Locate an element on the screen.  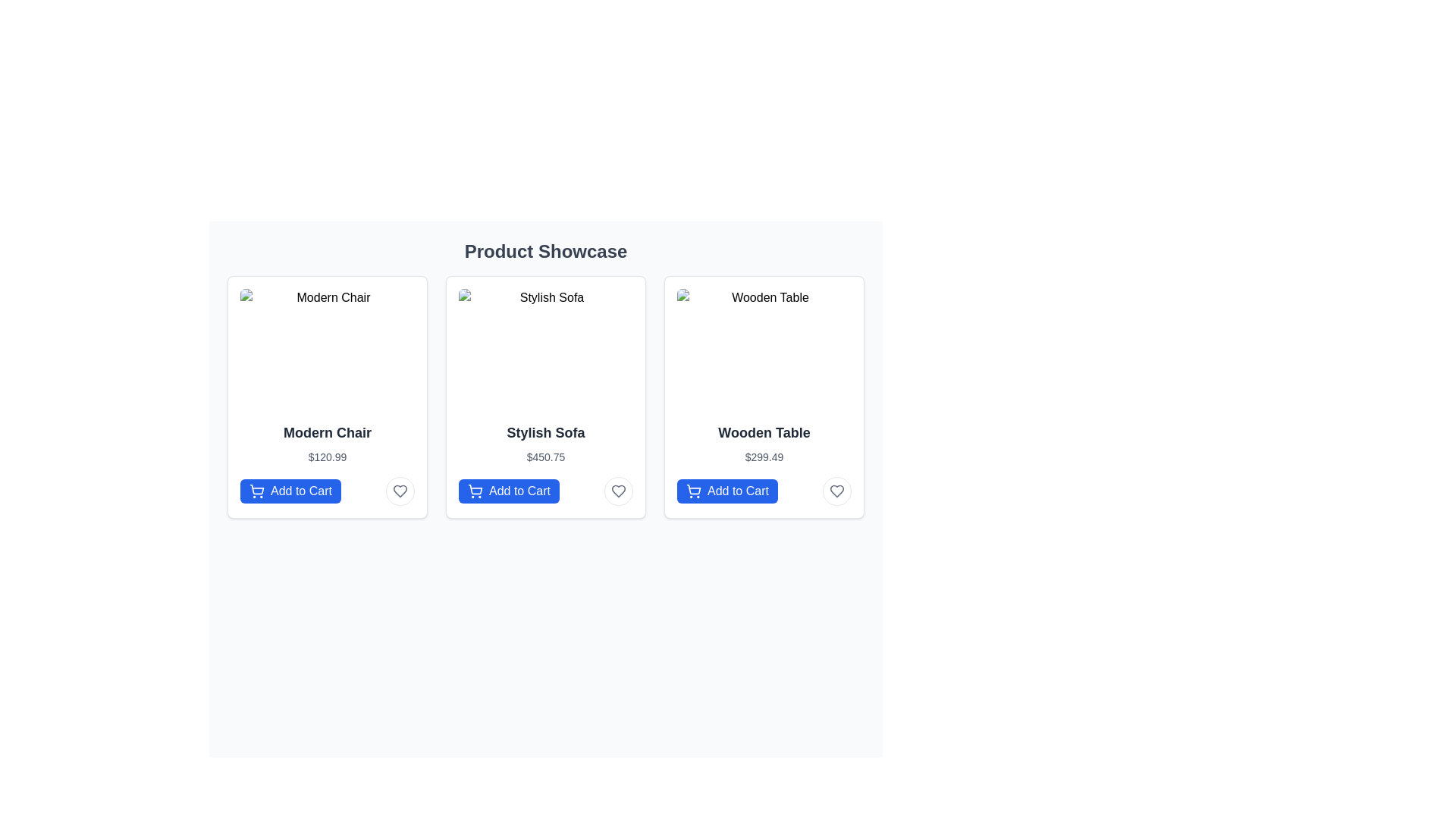
the shopping cart SVG icon that is part of the 'Add to Cart' button, positioned on the left side of the button text is located at coordinates (693, 491).